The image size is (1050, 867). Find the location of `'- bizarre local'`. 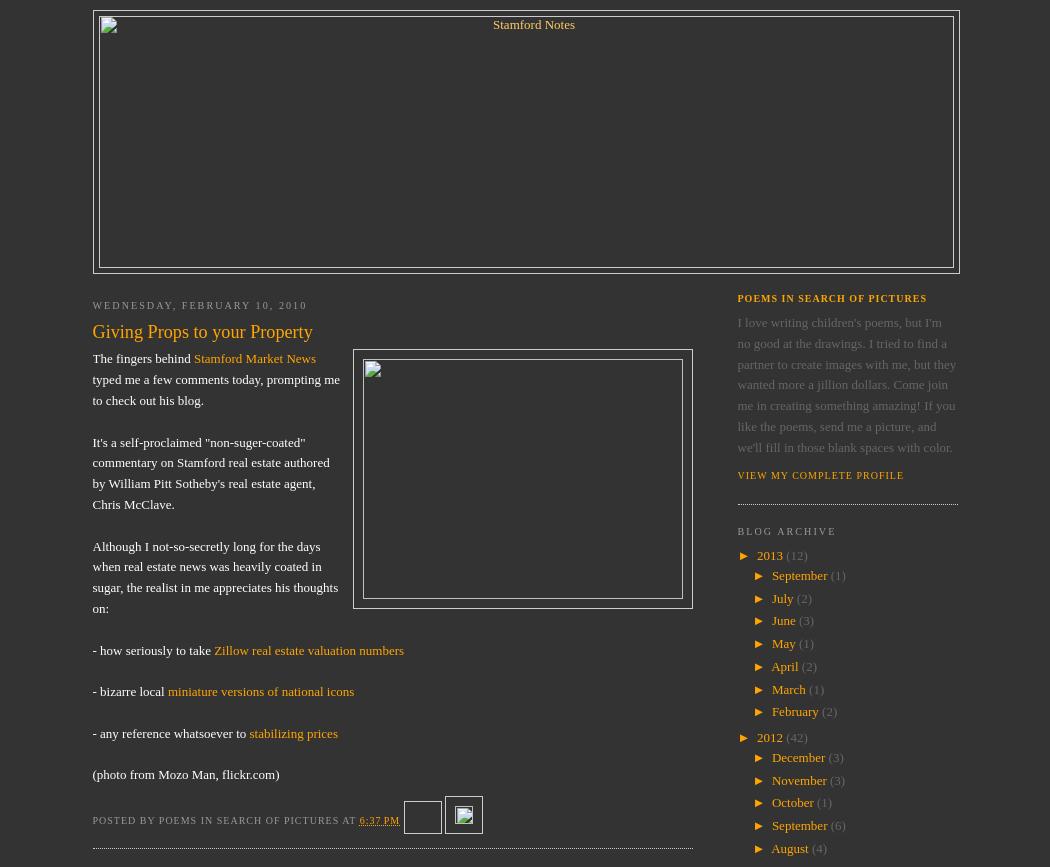

'- bizarre local' is located at coordinates (91, 690).